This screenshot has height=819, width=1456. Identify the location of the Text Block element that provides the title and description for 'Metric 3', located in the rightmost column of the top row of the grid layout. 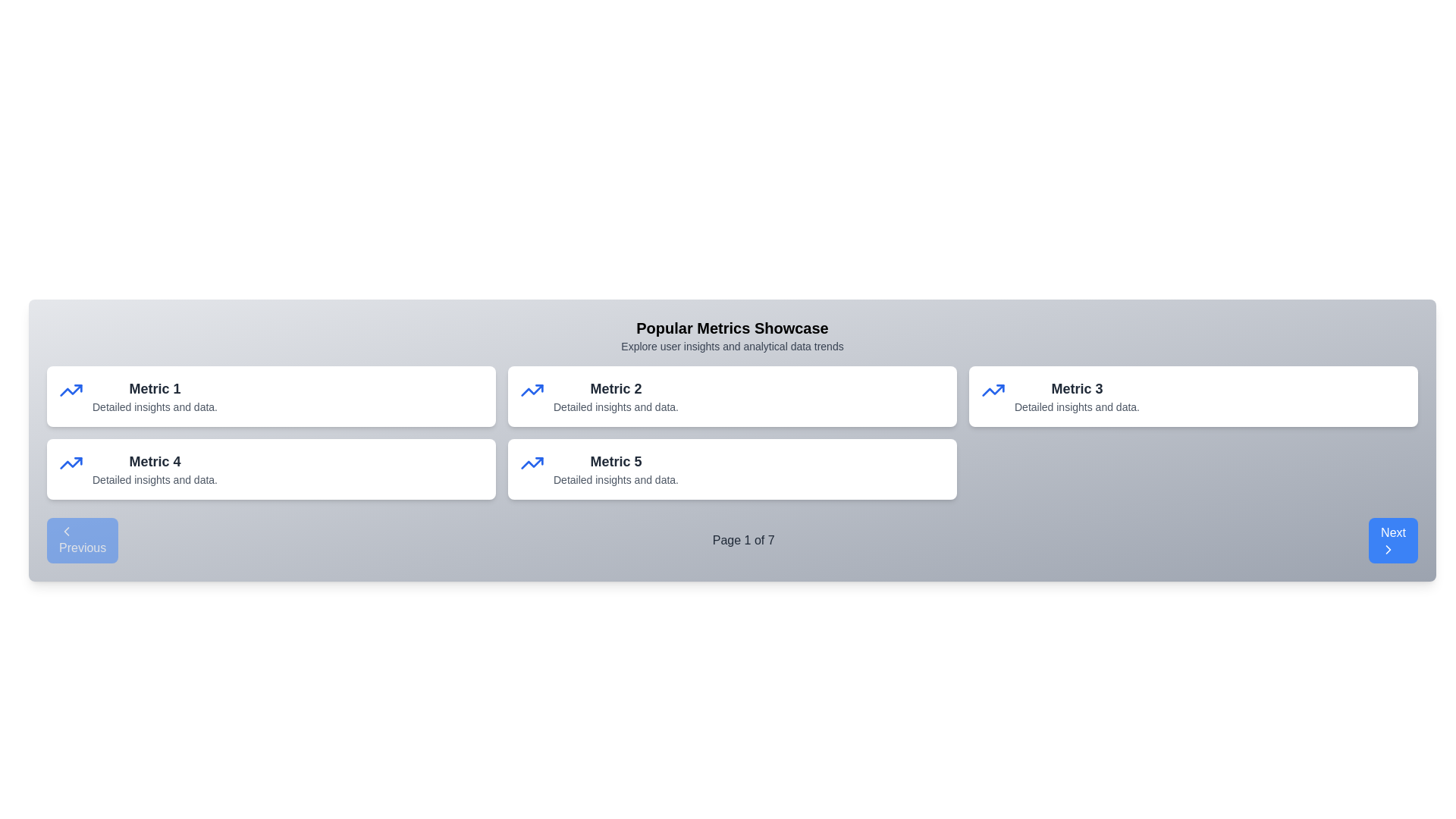
(1072, 396).